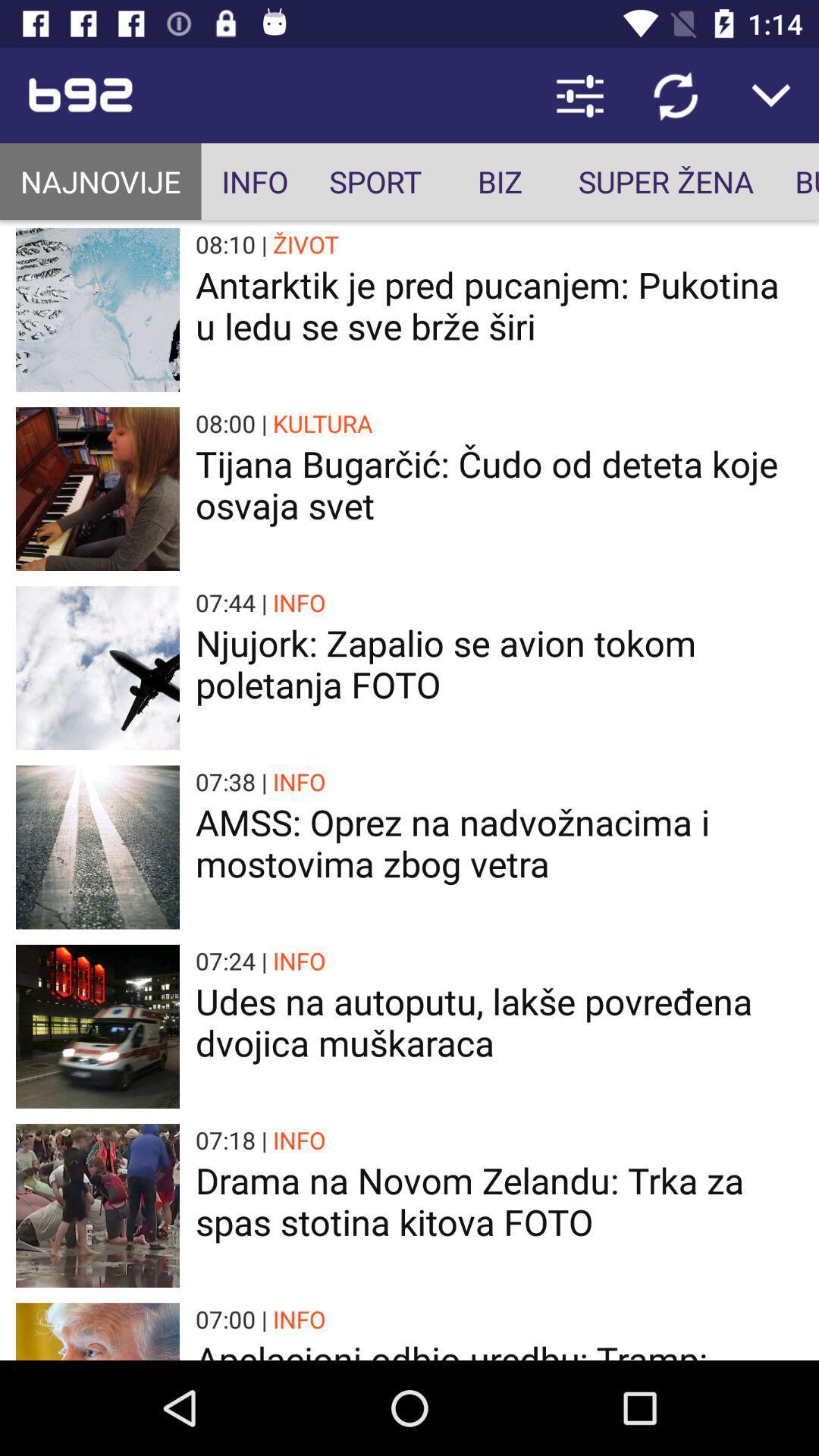 Image resolution: width=819 pixels, height=1456 pixels. What do you see at coordinates (771, 94) in the screenshot?
I see `the expand_more icon` at bounding box center [771, 94].